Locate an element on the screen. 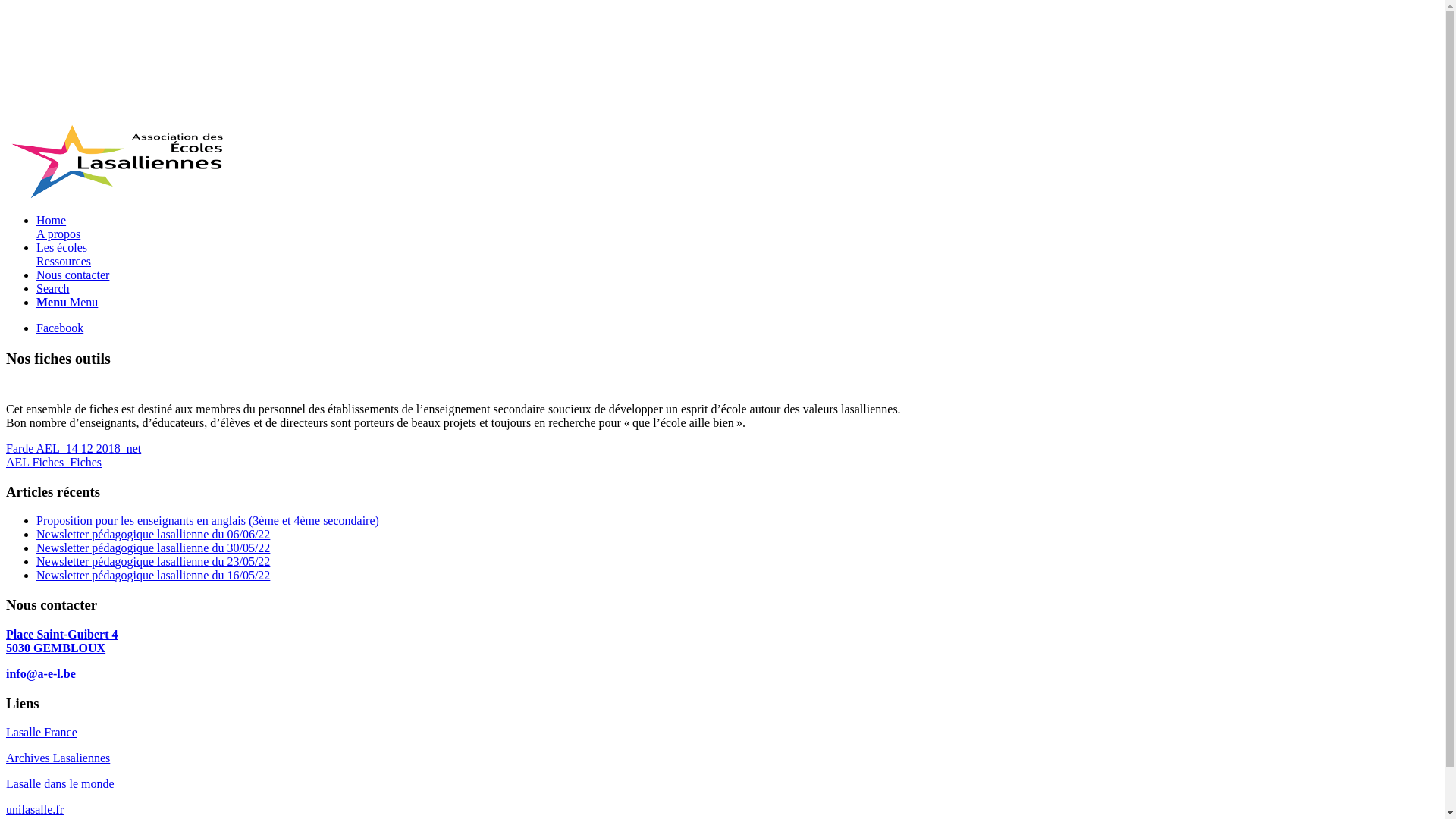  'Nous contacter' is located at coordinates (72, 275).